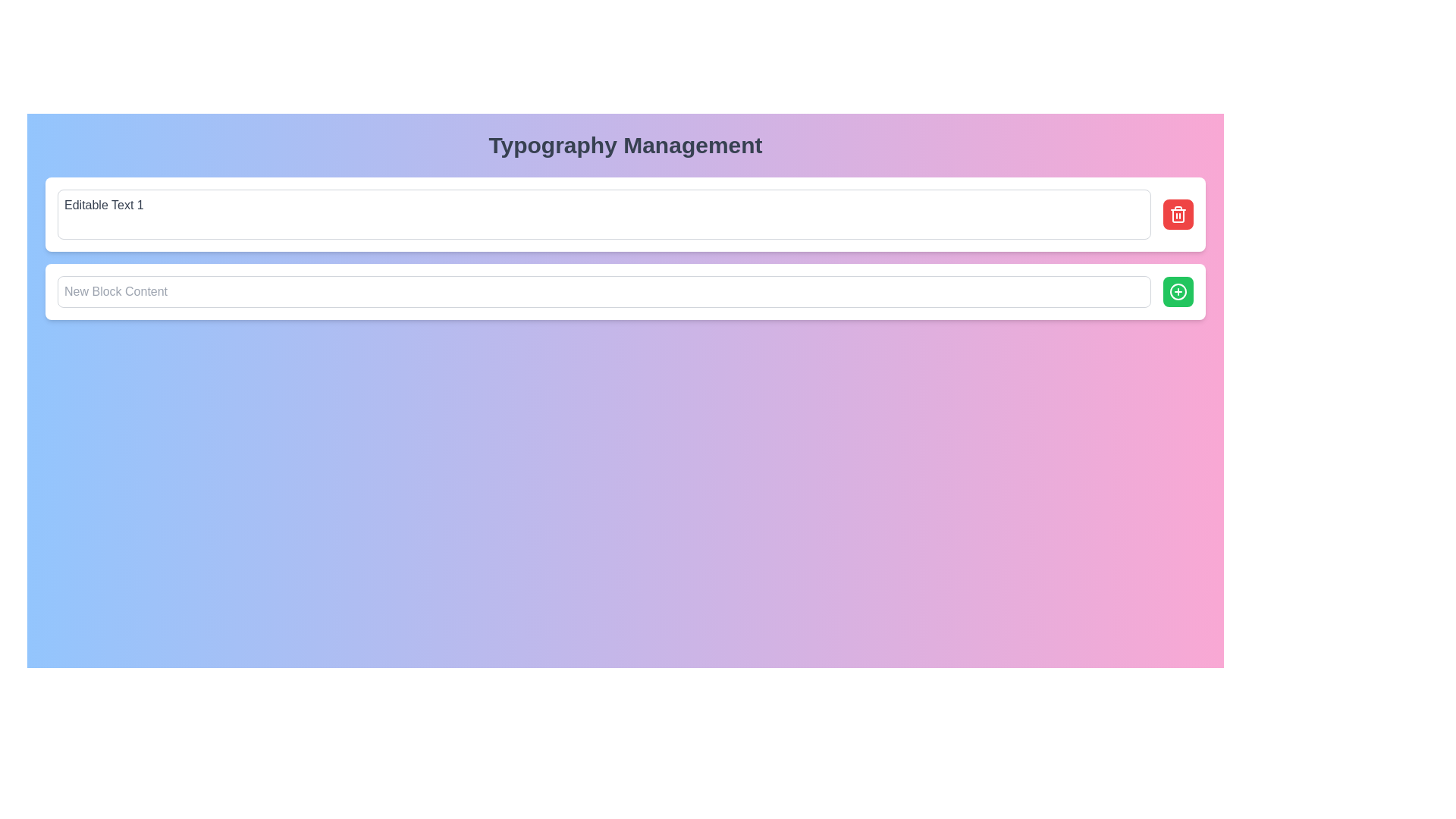  Describe the element at coordinates (1178, 292) in the screenshot. I see `the green button with a white plus icon` at that location.